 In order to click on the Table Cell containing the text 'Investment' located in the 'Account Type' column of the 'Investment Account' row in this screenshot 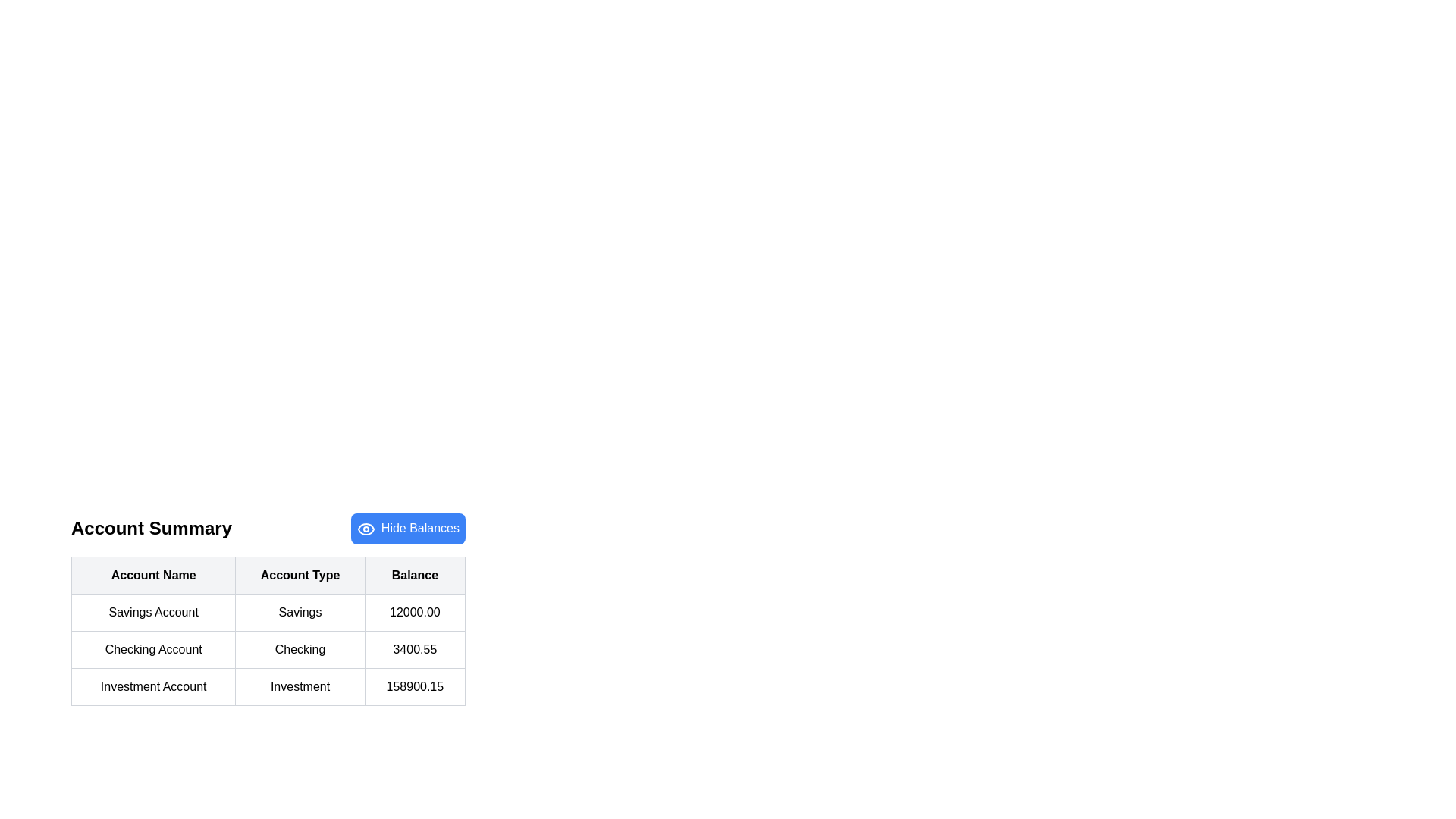, I will do `click(300, 686)`.